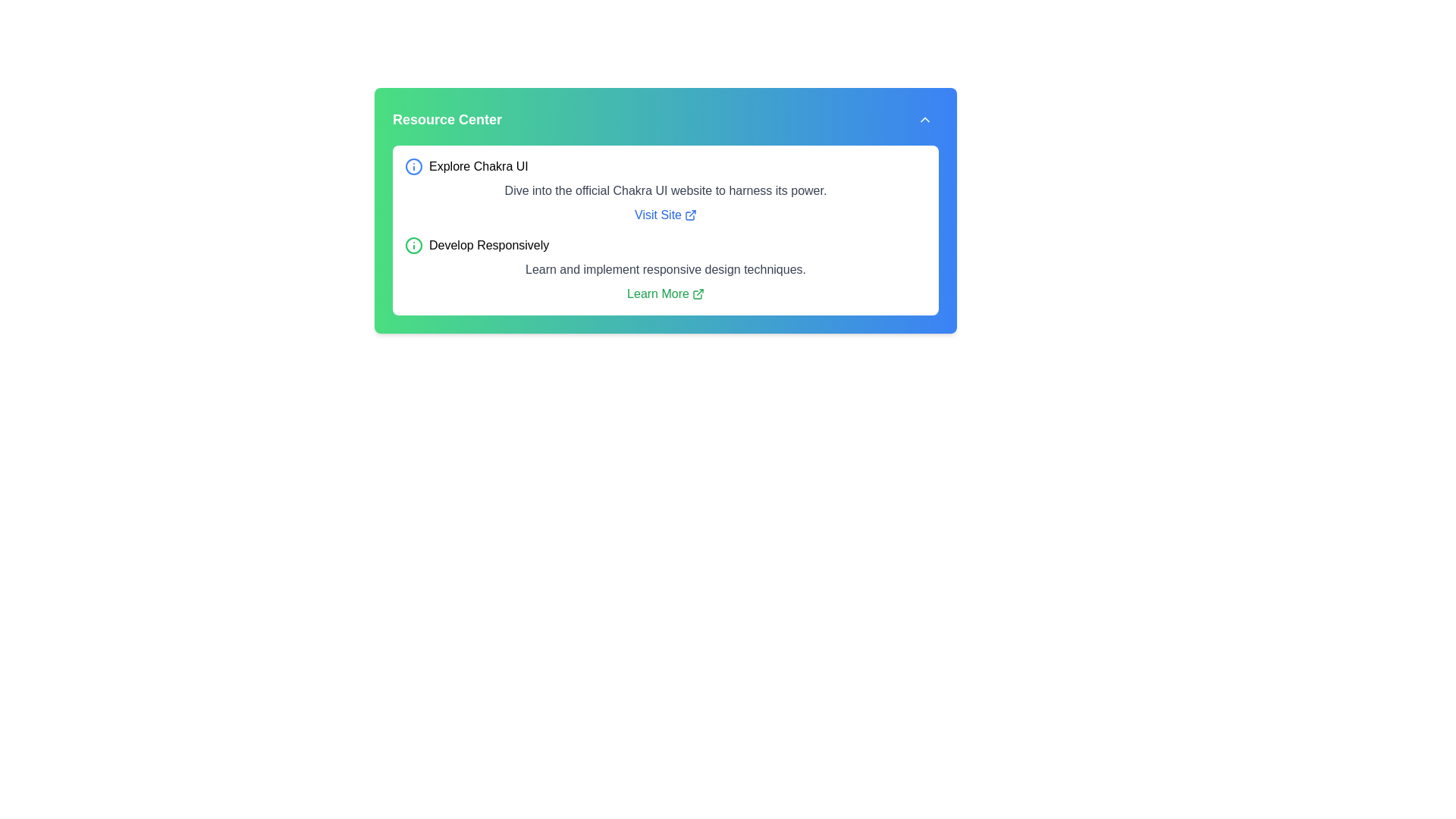 The height and width of the screenshot is (819, 1456). What do you see at coordinates (666, 231) in the screenshot?
I see `the Content block with links that has a white background, rounded corners, and contains the subsection titles 'Explore Chakra UI' and 'Develop Responsively'` at bounding box center [666, 231].